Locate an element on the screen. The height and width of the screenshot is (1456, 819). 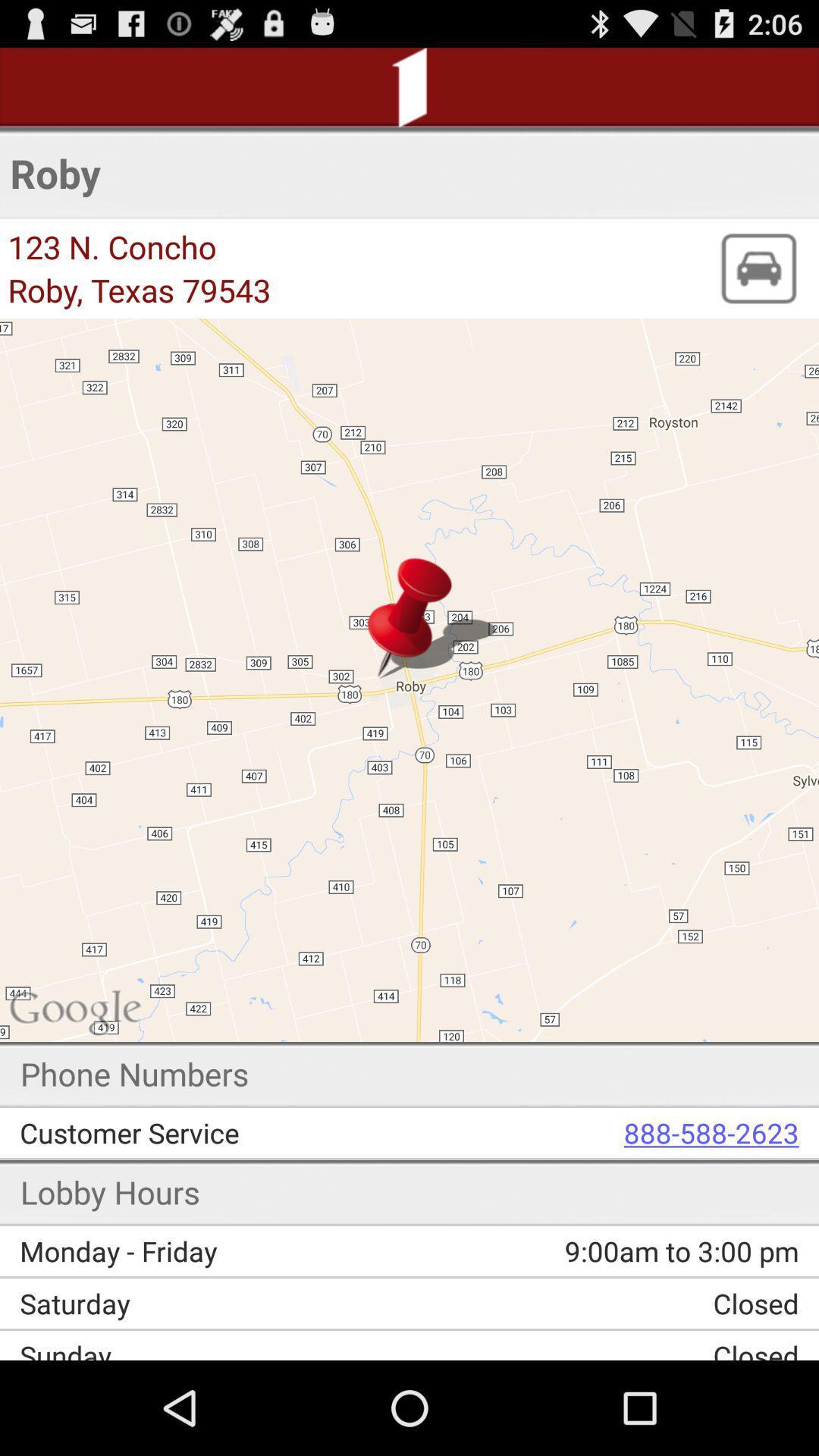
get direction for the car drive is located at coordinates (758, 268).